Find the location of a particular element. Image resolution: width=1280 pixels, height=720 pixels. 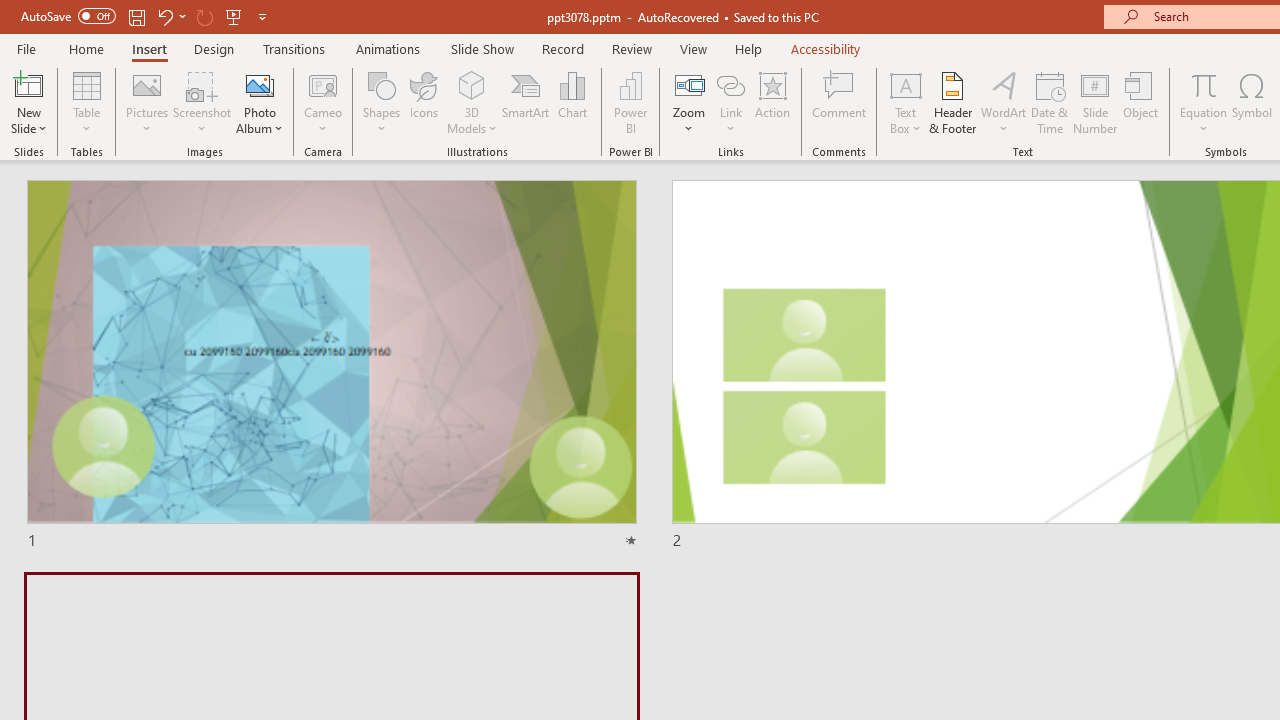

'Link' is located at coordinates (730, 84).